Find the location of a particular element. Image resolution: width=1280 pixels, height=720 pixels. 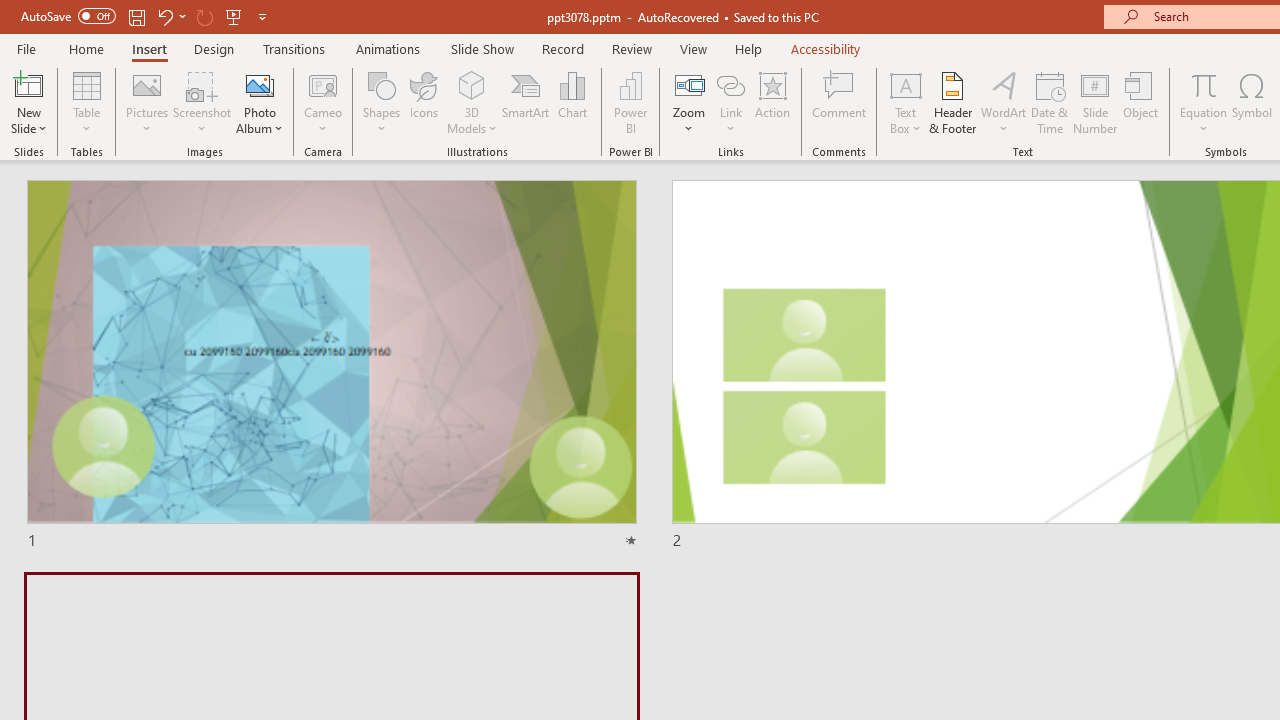

'Link' is located at coordinates (730, 84).